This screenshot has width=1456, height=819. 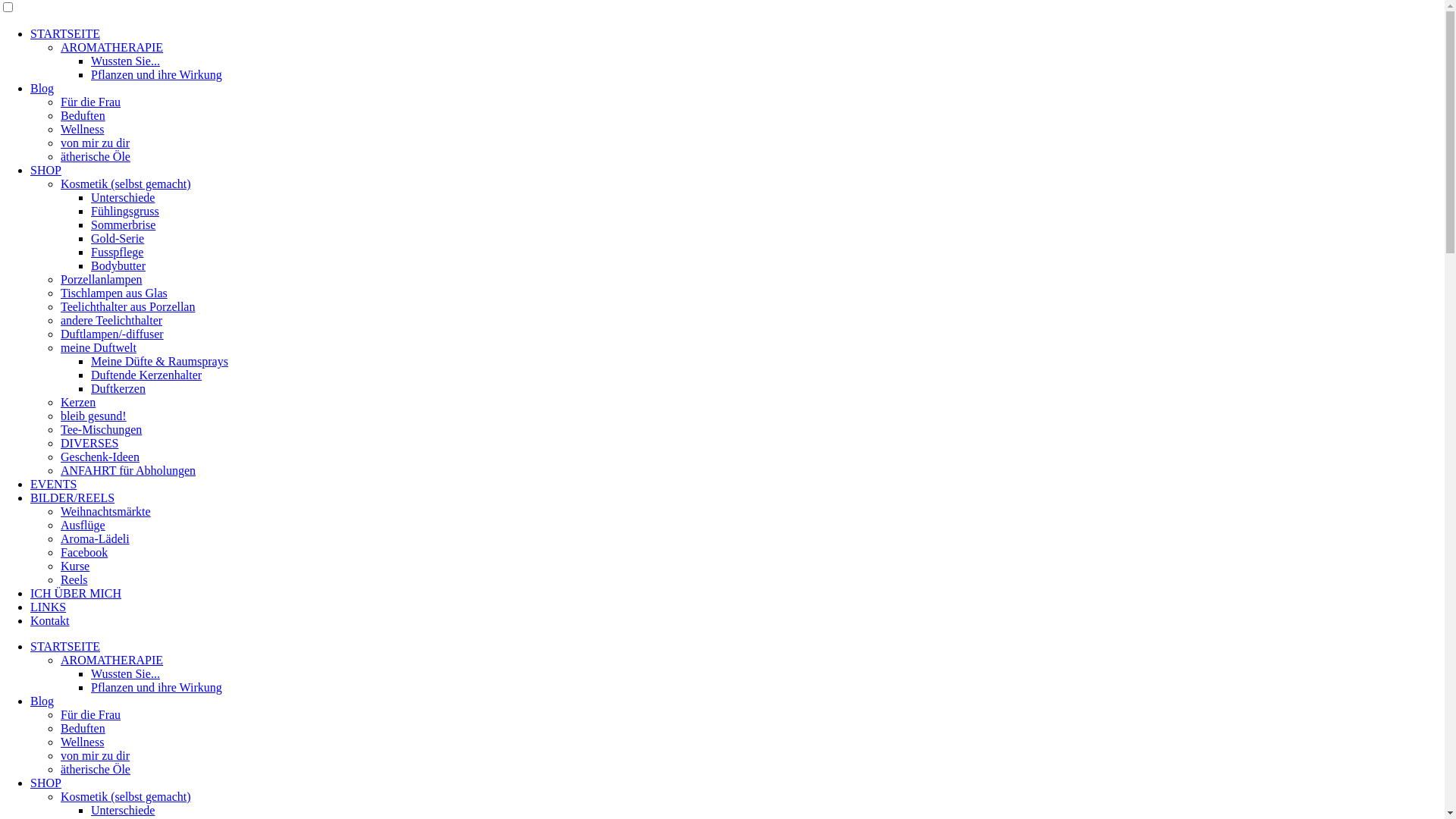 What do you see at coordinates (101, 279) in the screenshot?
I see `'Porzellanlampen'` at bounding box center [101, 279].